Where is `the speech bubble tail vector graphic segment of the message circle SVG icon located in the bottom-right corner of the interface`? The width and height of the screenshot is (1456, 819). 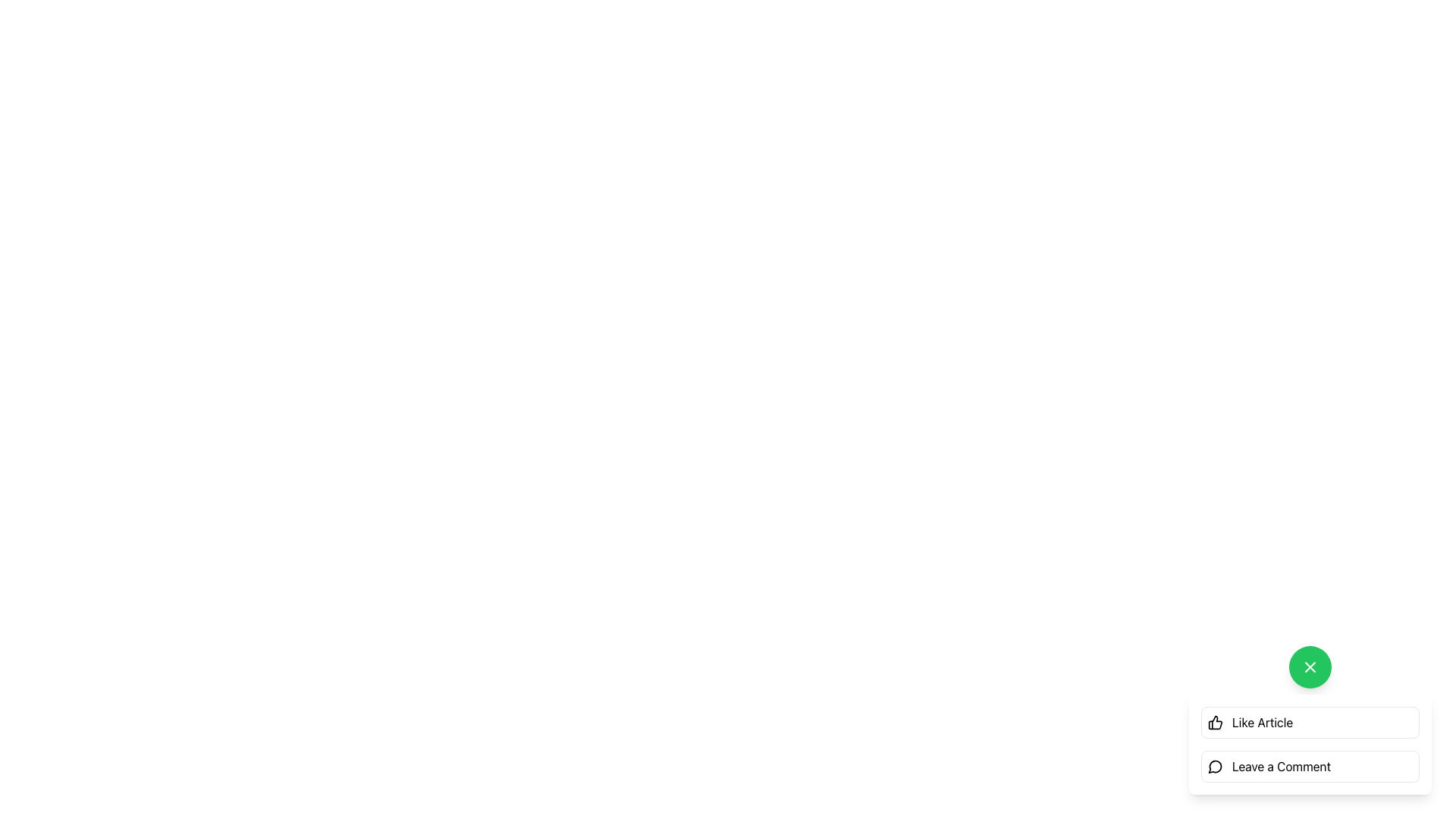
the speech bubble tail vector graphic segment of the message circle SVG icon located in the bottom-right corner of the interface is located at coordinates (1215, 767).